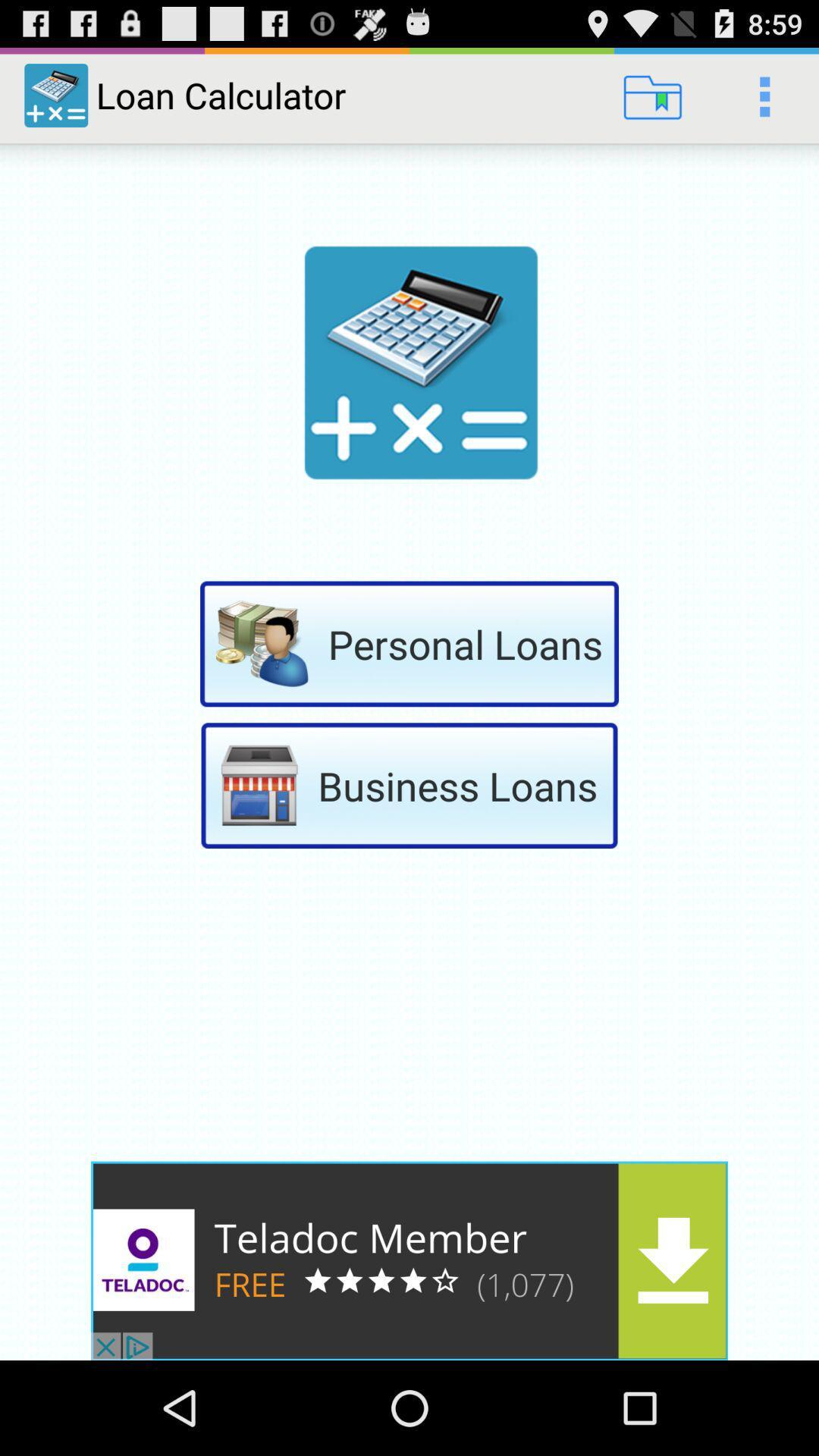 This screenshot has width=819, height=1456. What do you see at coordinates (409, 1260) in the screenshot?
I see `open teladoc advertisement` at bounding box center [409, 1260].